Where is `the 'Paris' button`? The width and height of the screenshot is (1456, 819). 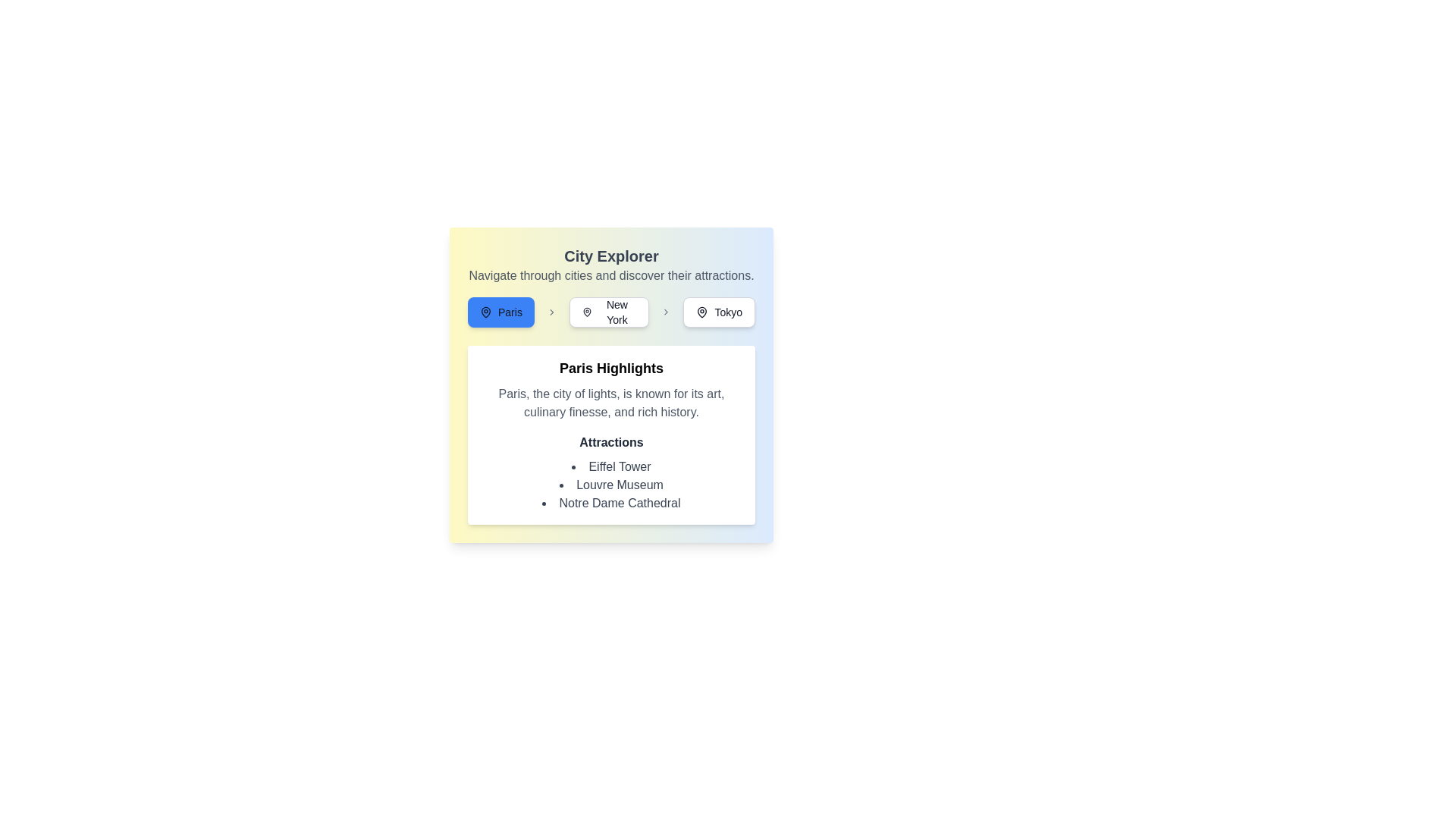
the 'Paris' button is located at coordinates (510, 312).